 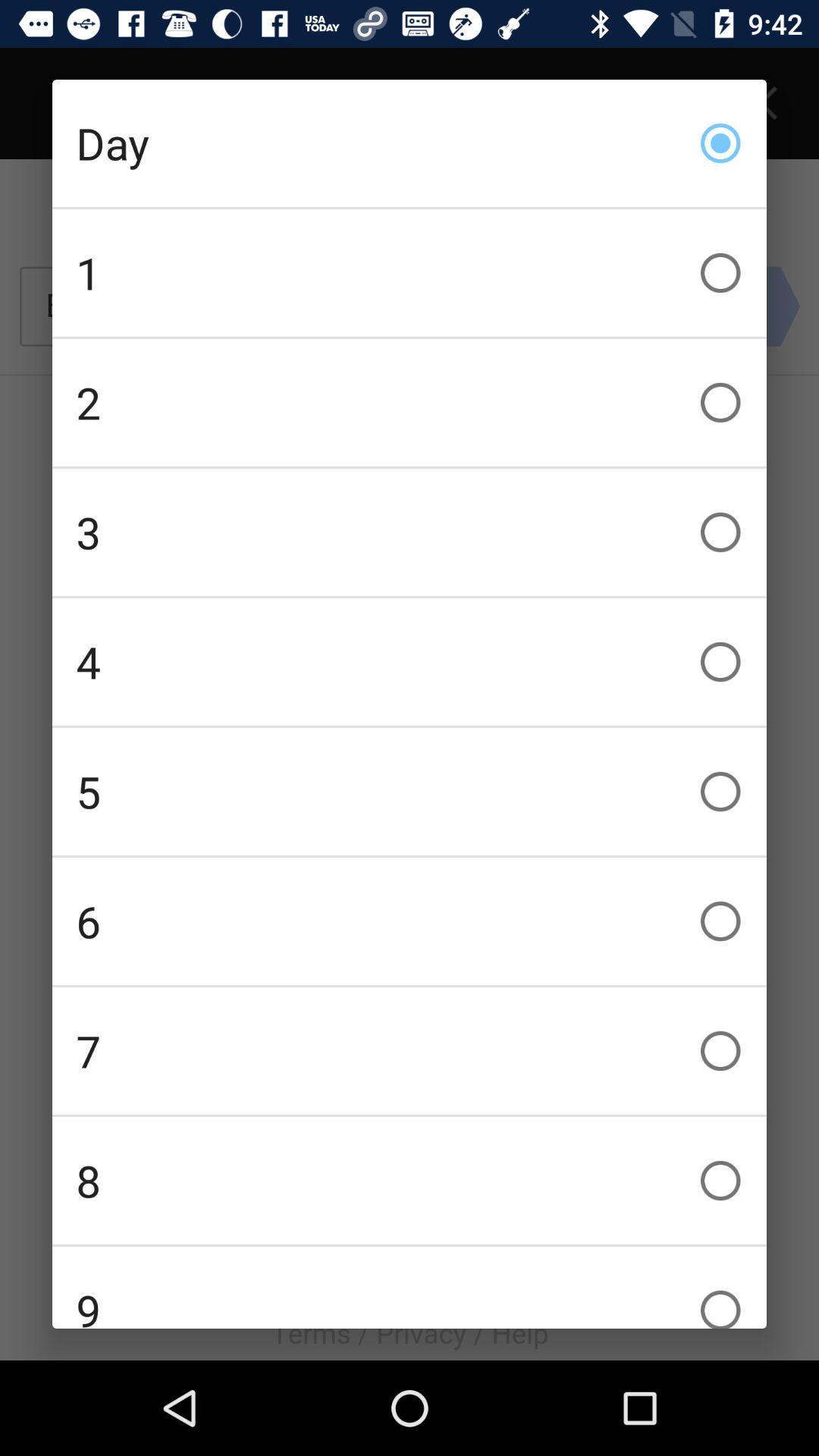 What do you see at coordinates (409, 920) in the screenshot?
I see `item above 7 checkbox` at bounding box center [409, 920].